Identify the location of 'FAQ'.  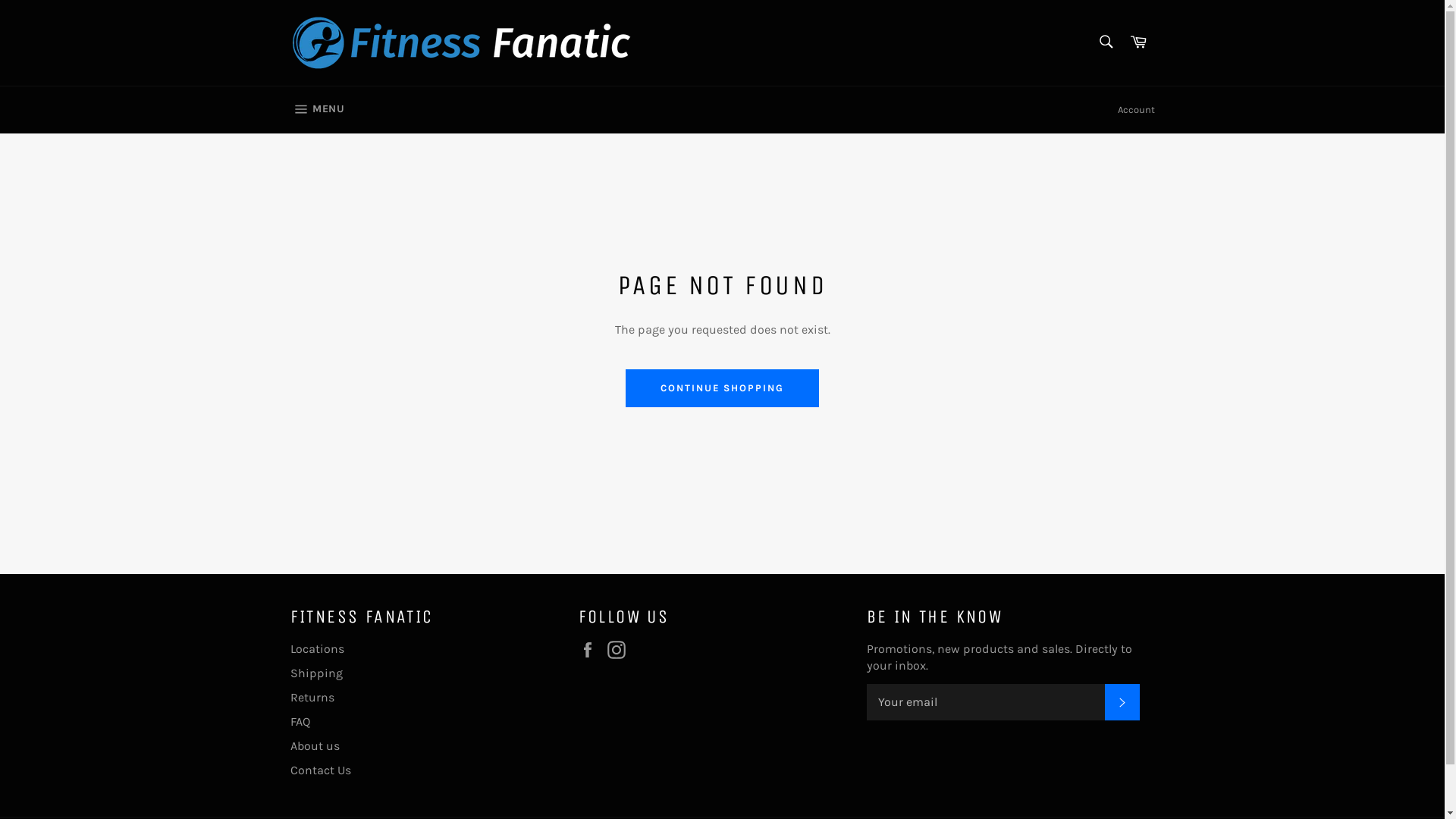
(290, 720).